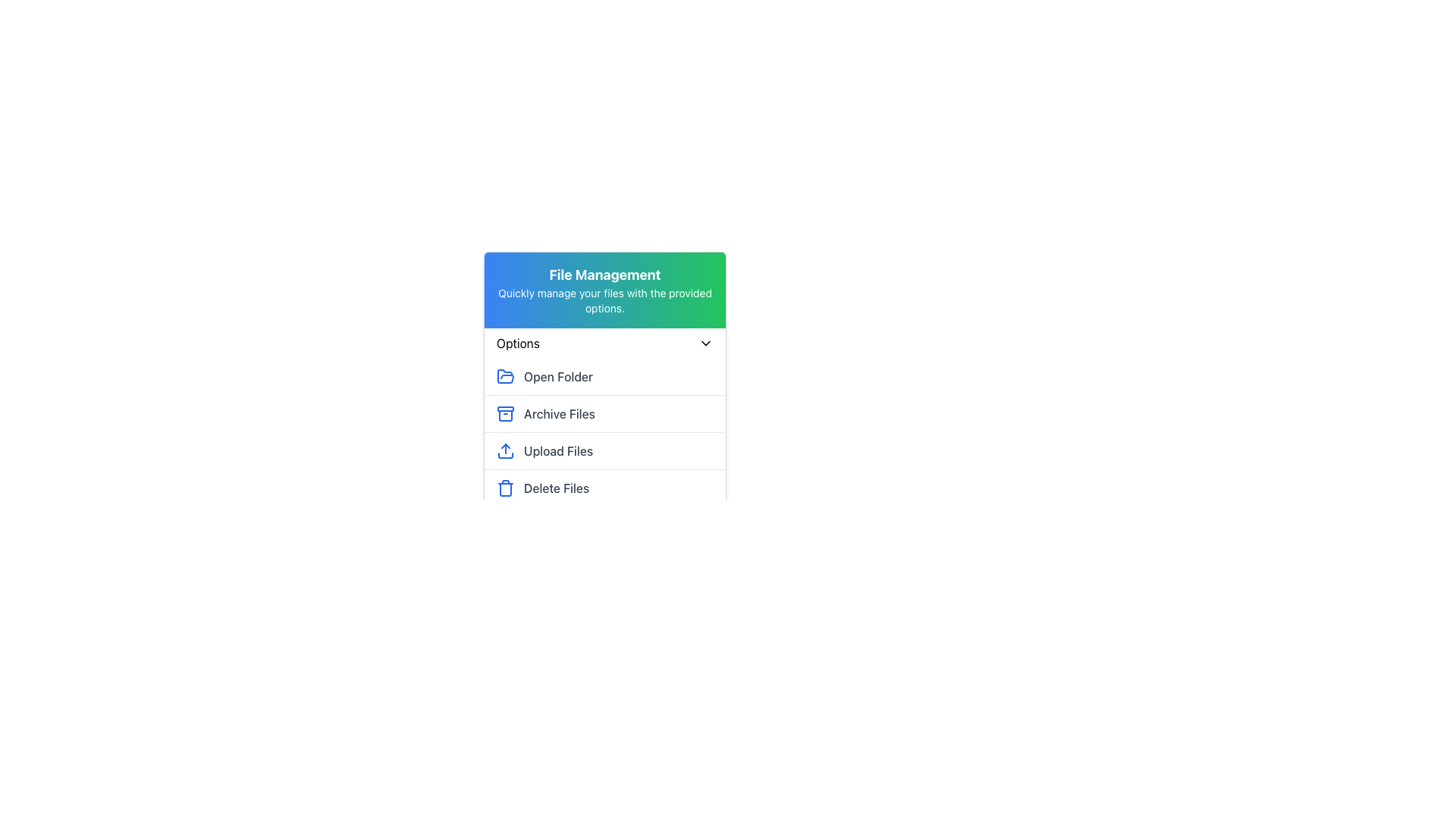 The image size is (1456, 819). What do you see at coordinates (604, 343) in the screenshot?
I see `the Dropdown button labeled 'Options'` at bounding box center [604, 343].